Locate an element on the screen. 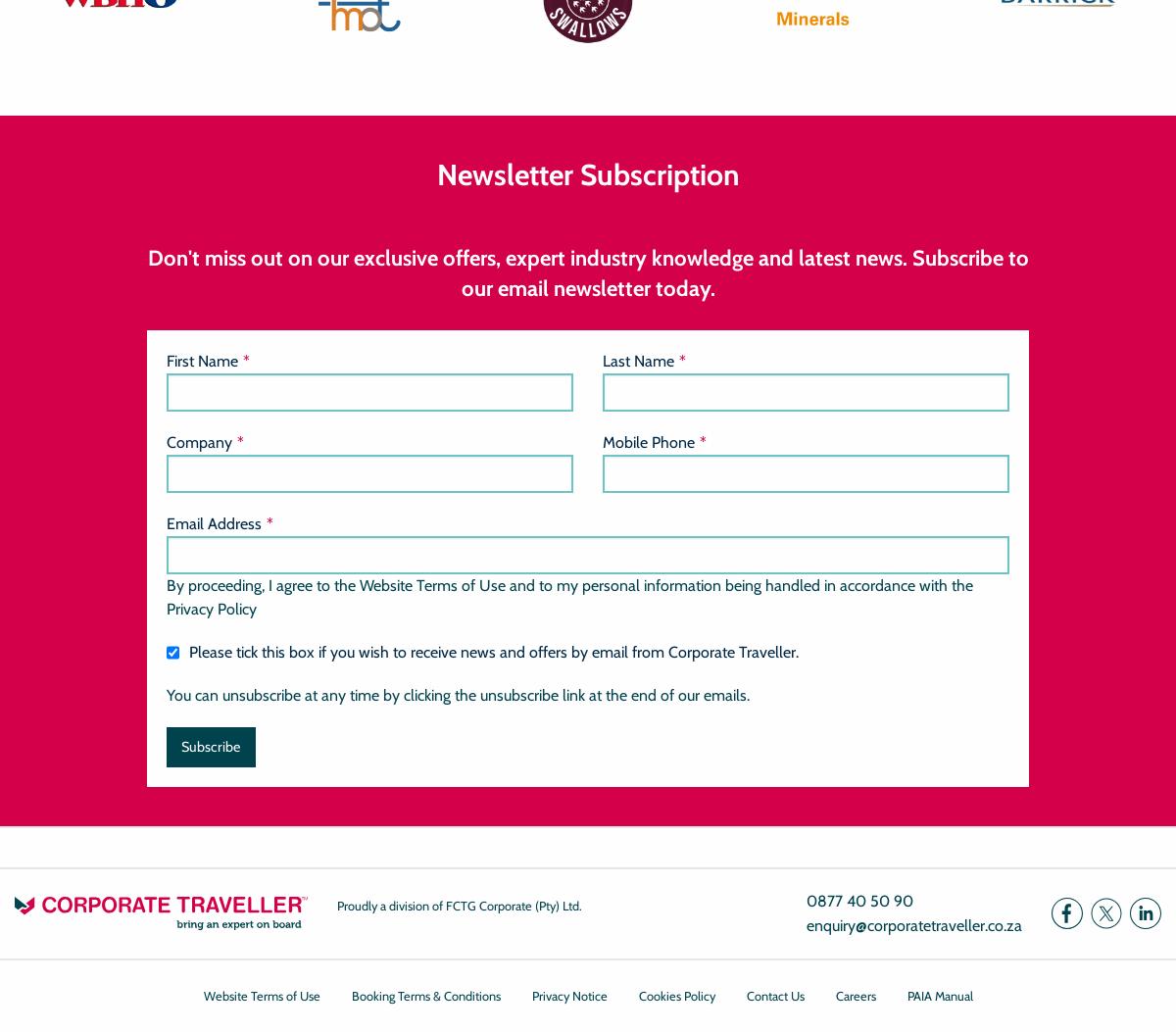 This screenshot has width=1176, height=1032. 'Privacy Notice' is located at coordinates (567, 995).